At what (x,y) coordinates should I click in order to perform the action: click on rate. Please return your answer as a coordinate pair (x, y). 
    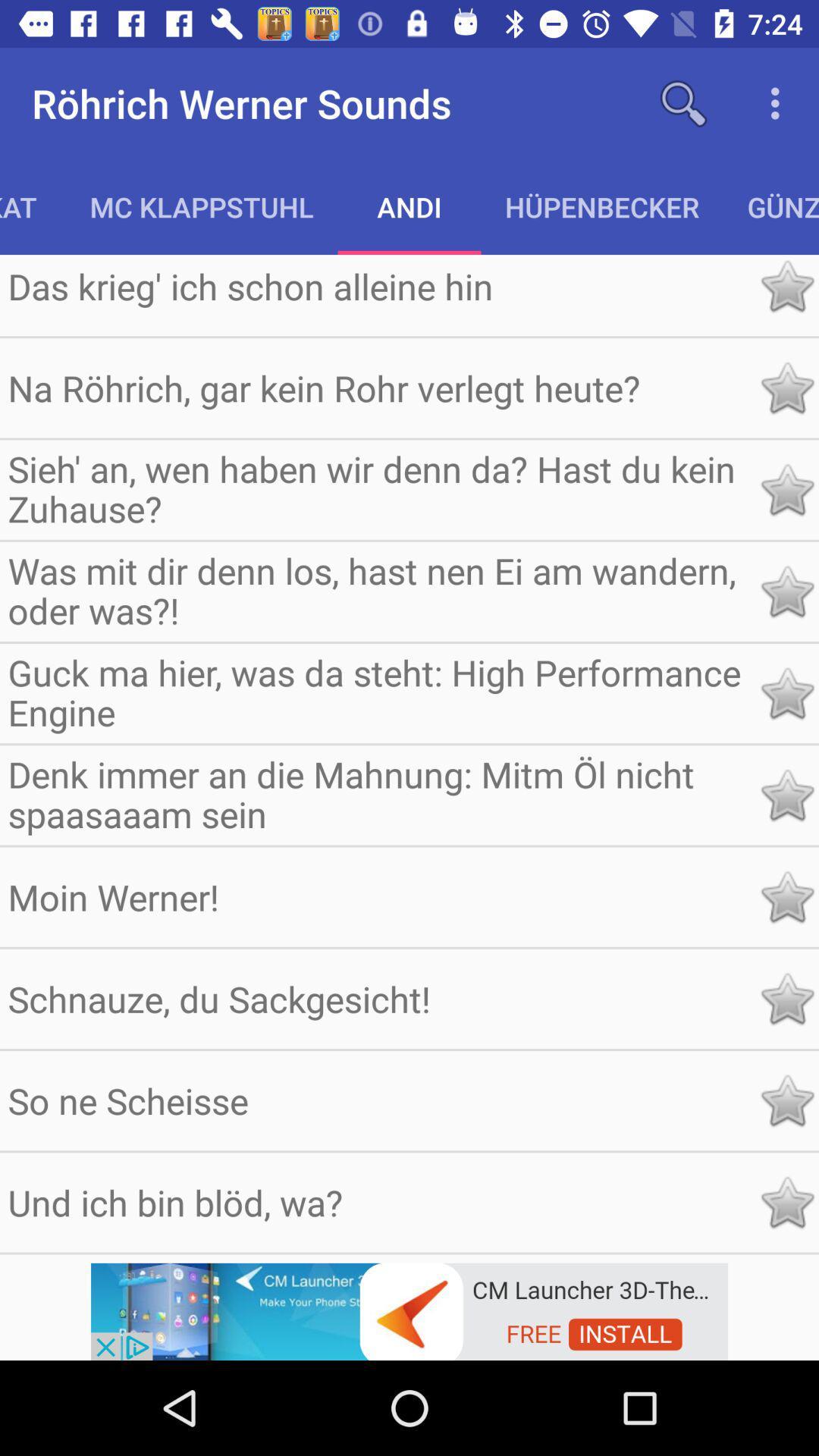
    Looking at the image, I should click on (786, 692).